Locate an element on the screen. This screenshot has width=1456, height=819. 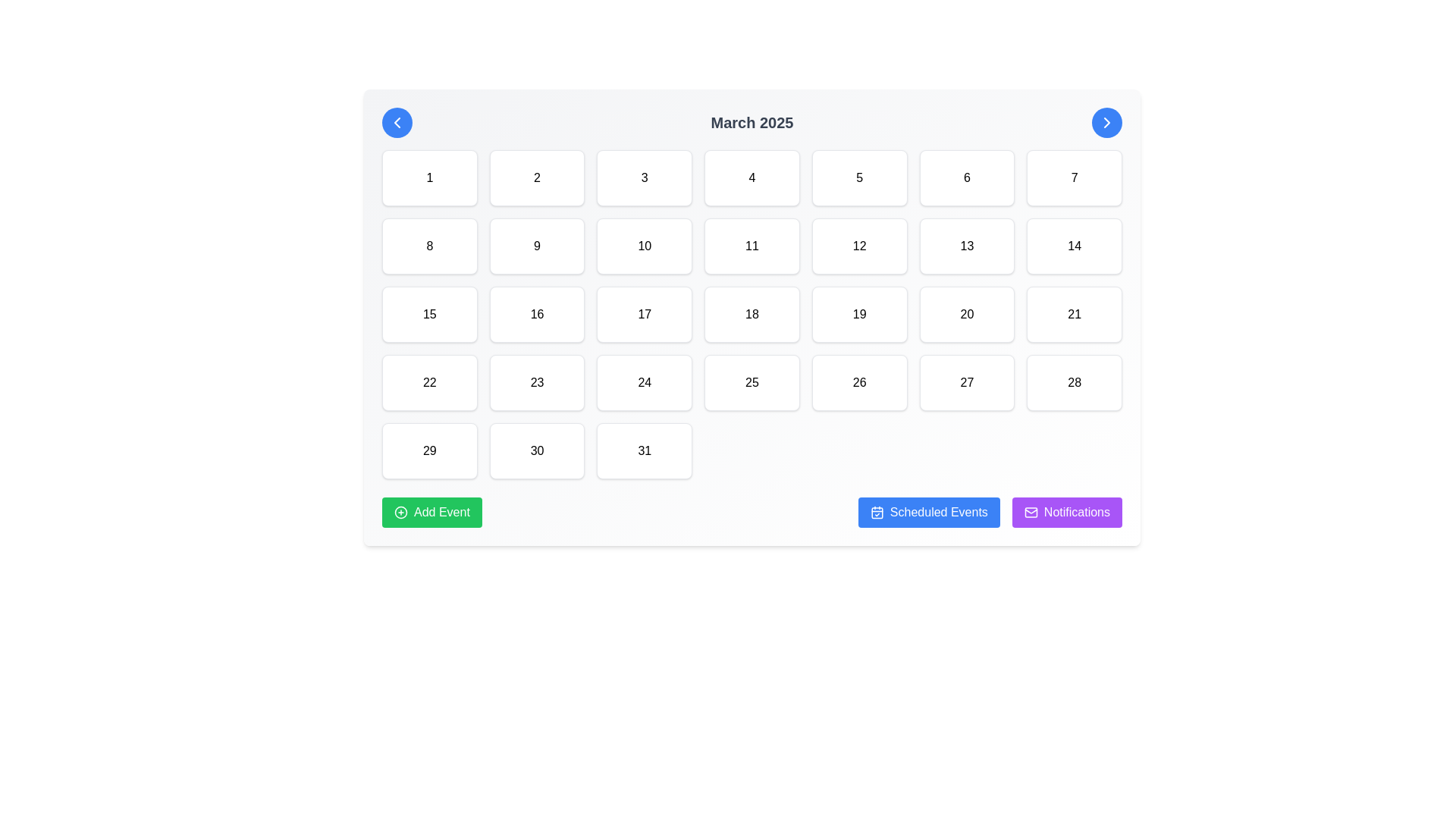
the 'Add Event' button located at the bottom-left corner of the interface to change its shade is located at coordinates (431, 512).